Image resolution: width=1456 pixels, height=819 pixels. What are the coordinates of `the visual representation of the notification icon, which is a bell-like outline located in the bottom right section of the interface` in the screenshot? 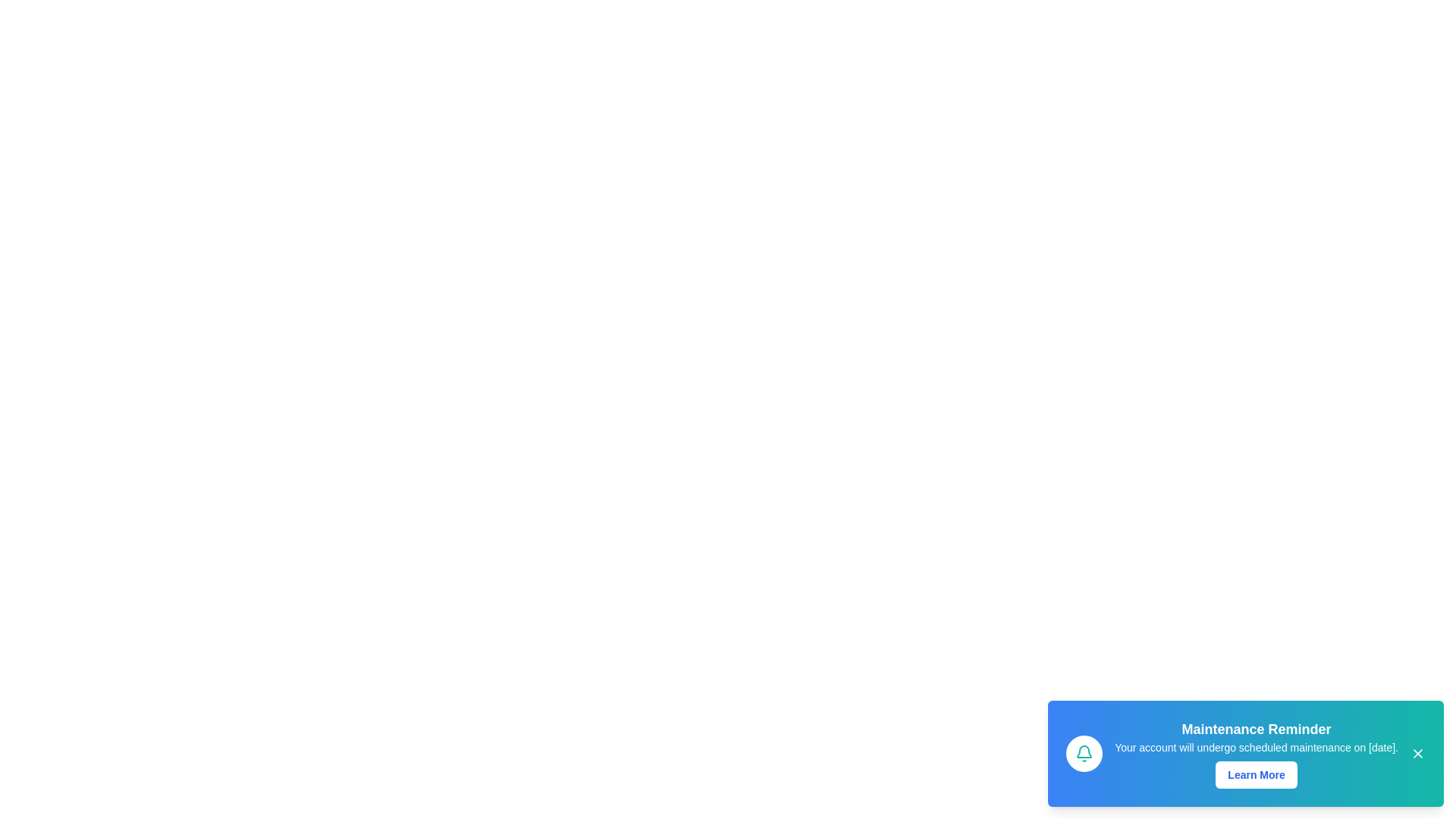 It's located at (1084, 752).